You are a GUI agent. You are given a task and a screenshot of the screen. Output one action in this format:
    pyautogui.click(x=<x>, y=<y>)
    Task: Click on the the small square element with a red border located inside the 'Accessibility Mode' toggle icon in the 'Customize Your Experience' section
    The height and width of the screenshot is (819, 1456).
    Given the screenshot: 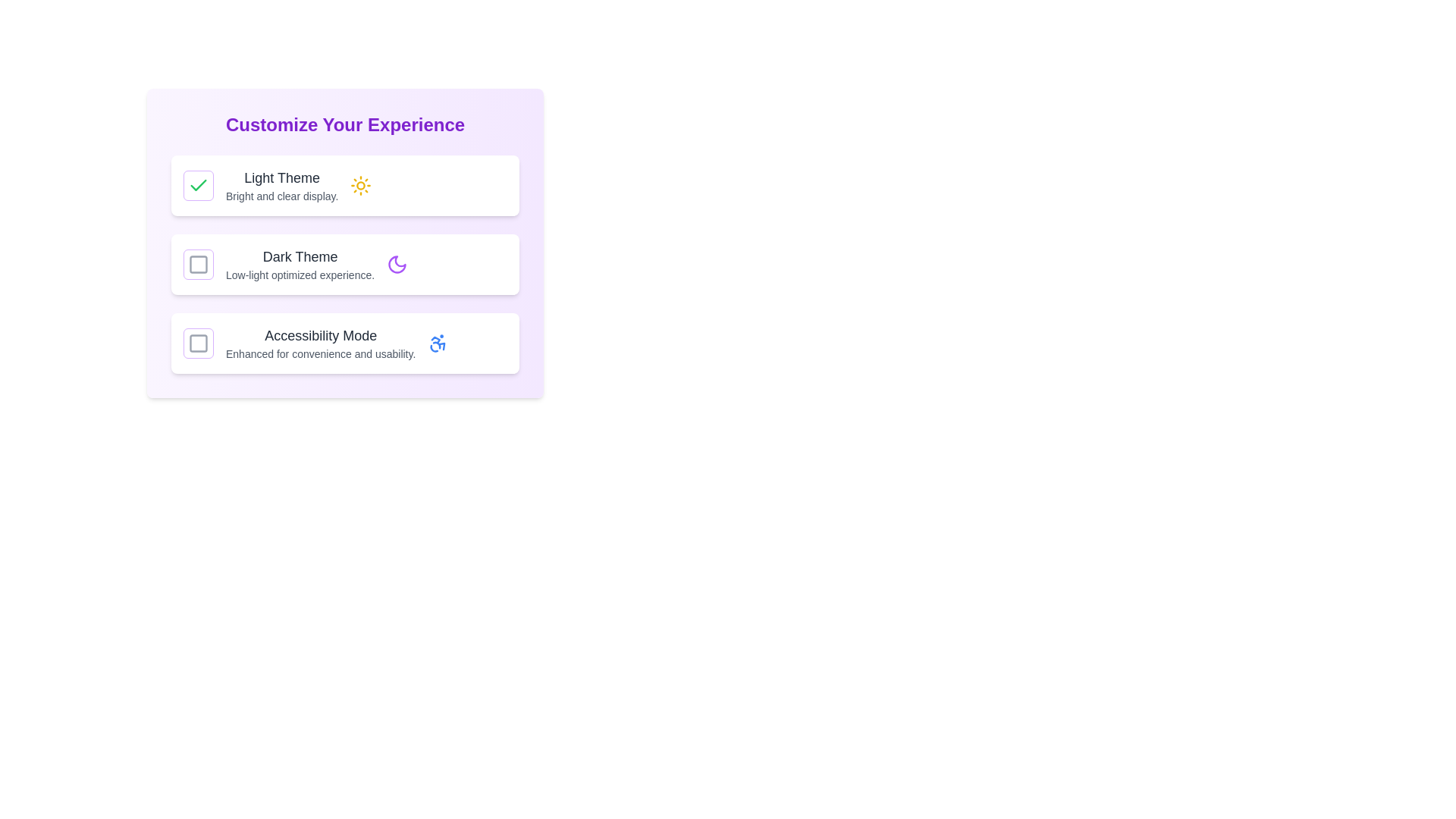 What is the action you would take?
    pyautogui.click(x=198, y=343)
    